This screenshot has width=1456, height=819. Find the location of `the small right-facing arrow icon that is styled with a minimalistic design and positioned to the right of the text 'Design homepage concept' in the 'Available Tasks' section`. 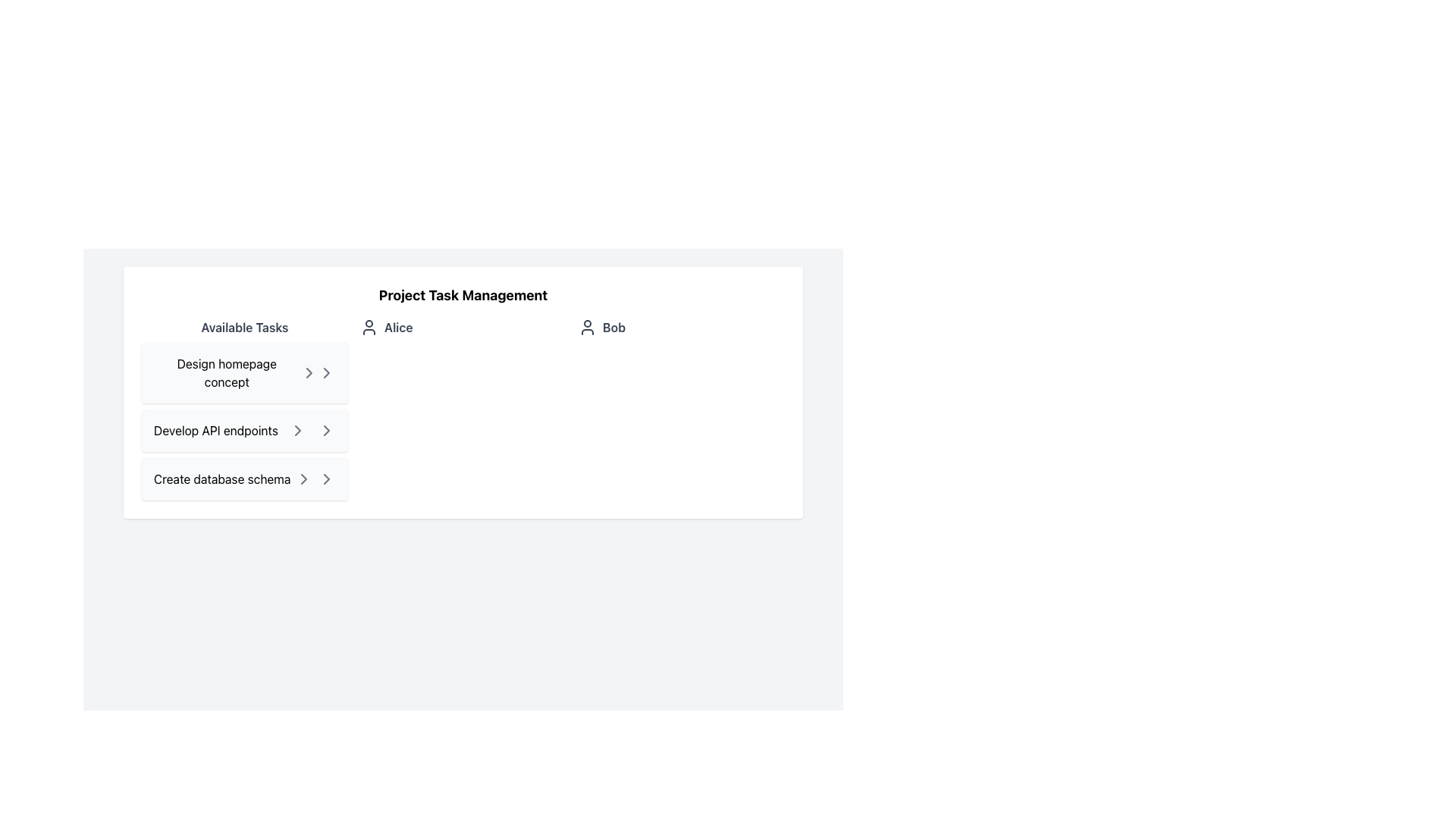

the small right-facing arrow icon that is styled with a minimalistic design and positioned to the right of the text 'Design homepage concept' in the 'Available Tasks' section is located at coordinates (308, 373).